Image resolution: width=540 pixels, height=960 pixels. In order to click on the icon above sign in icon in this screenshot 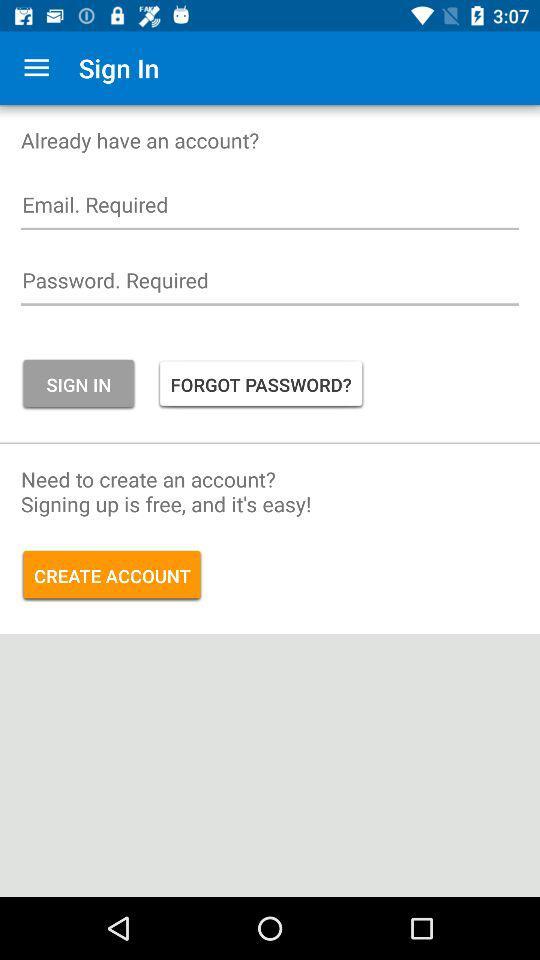, I will do `click(270, 284)`.